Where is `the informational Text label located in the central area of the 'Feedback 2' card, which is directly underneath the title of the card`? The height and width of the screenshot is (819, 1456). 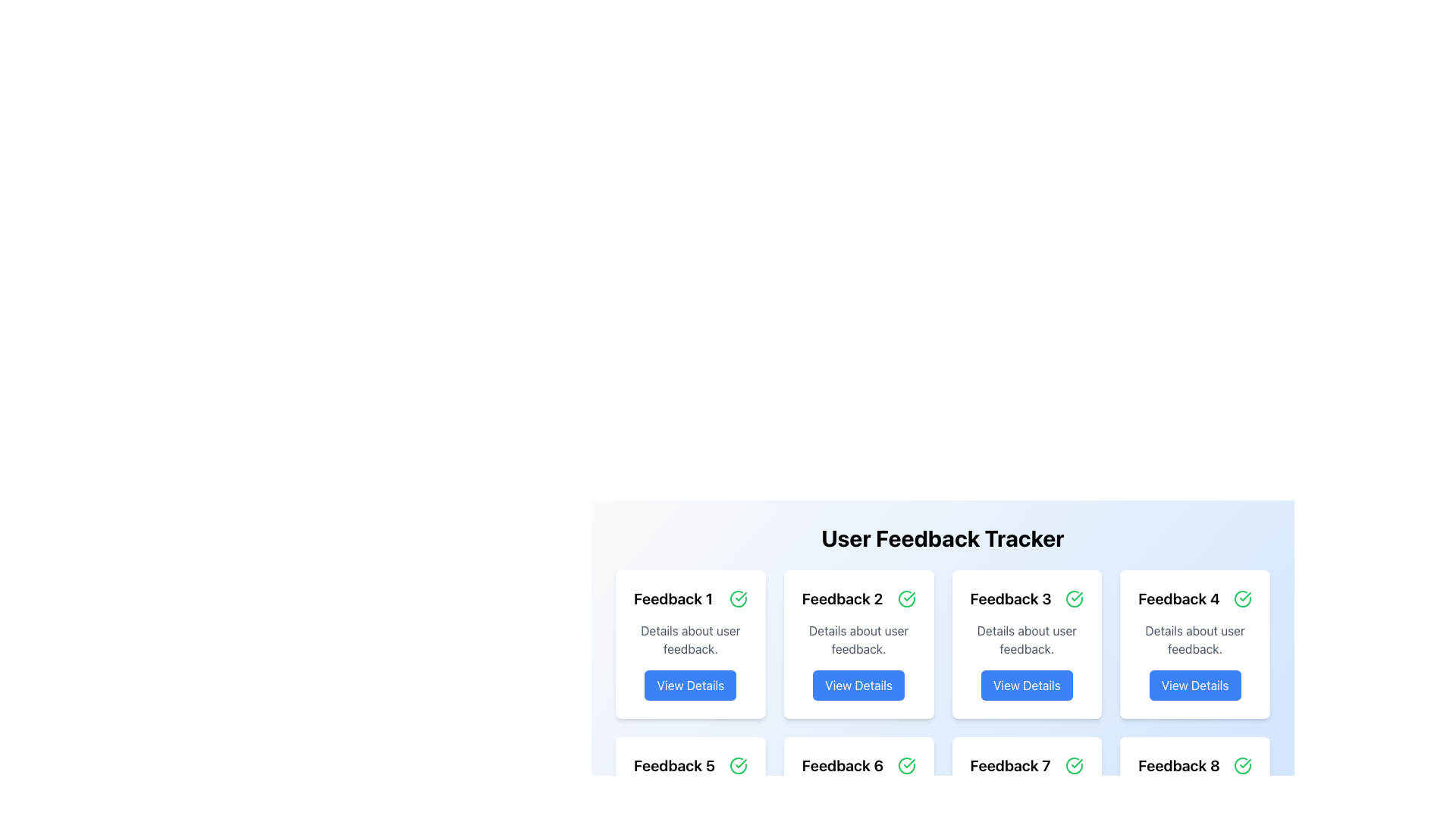
the informational Text label located in the central area of the 'Feedback 2' card, which is directly underneath the title of the card is located at coordinates (858, 640).